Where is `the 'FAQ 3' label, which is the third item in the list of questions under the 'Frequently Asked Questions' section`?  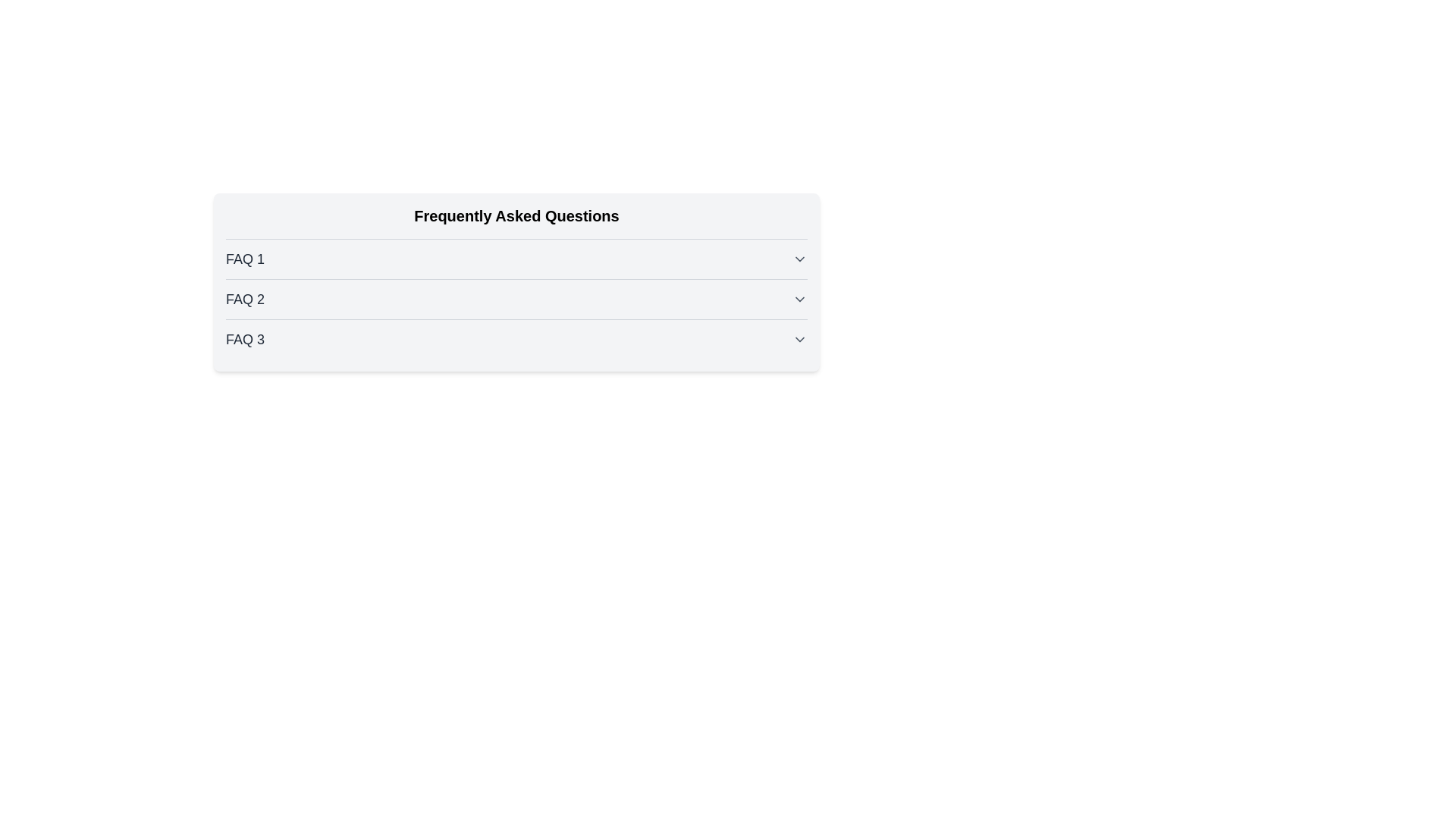 the 'FAQ 3' label, which is the third item in the list of questions under the 'Frequently Asked Questions' section is located at coordinates (245, 338).